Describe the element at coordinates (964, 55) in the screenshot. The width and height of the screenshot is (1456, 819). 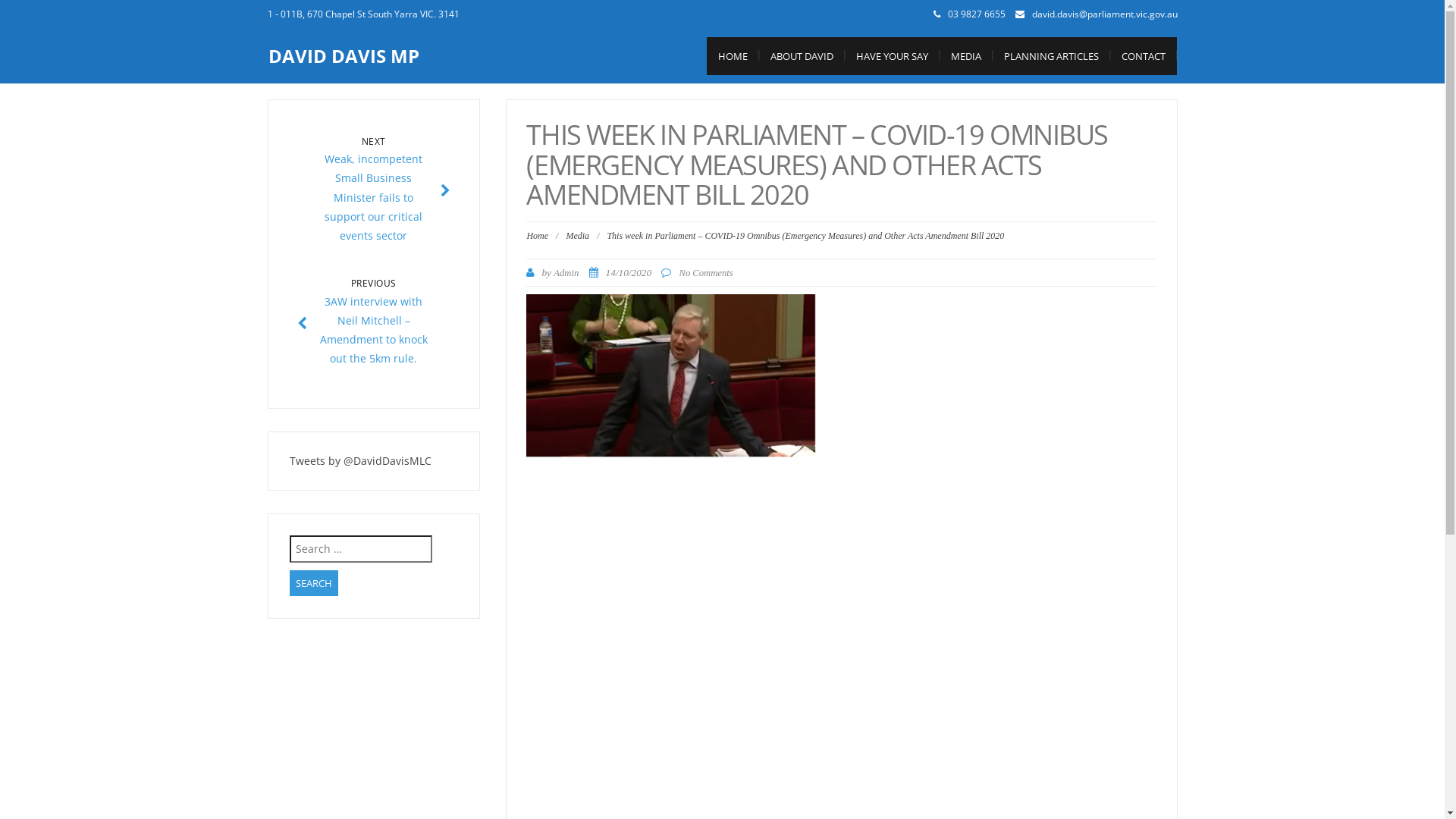
I see `'MEDIA'` at that location.